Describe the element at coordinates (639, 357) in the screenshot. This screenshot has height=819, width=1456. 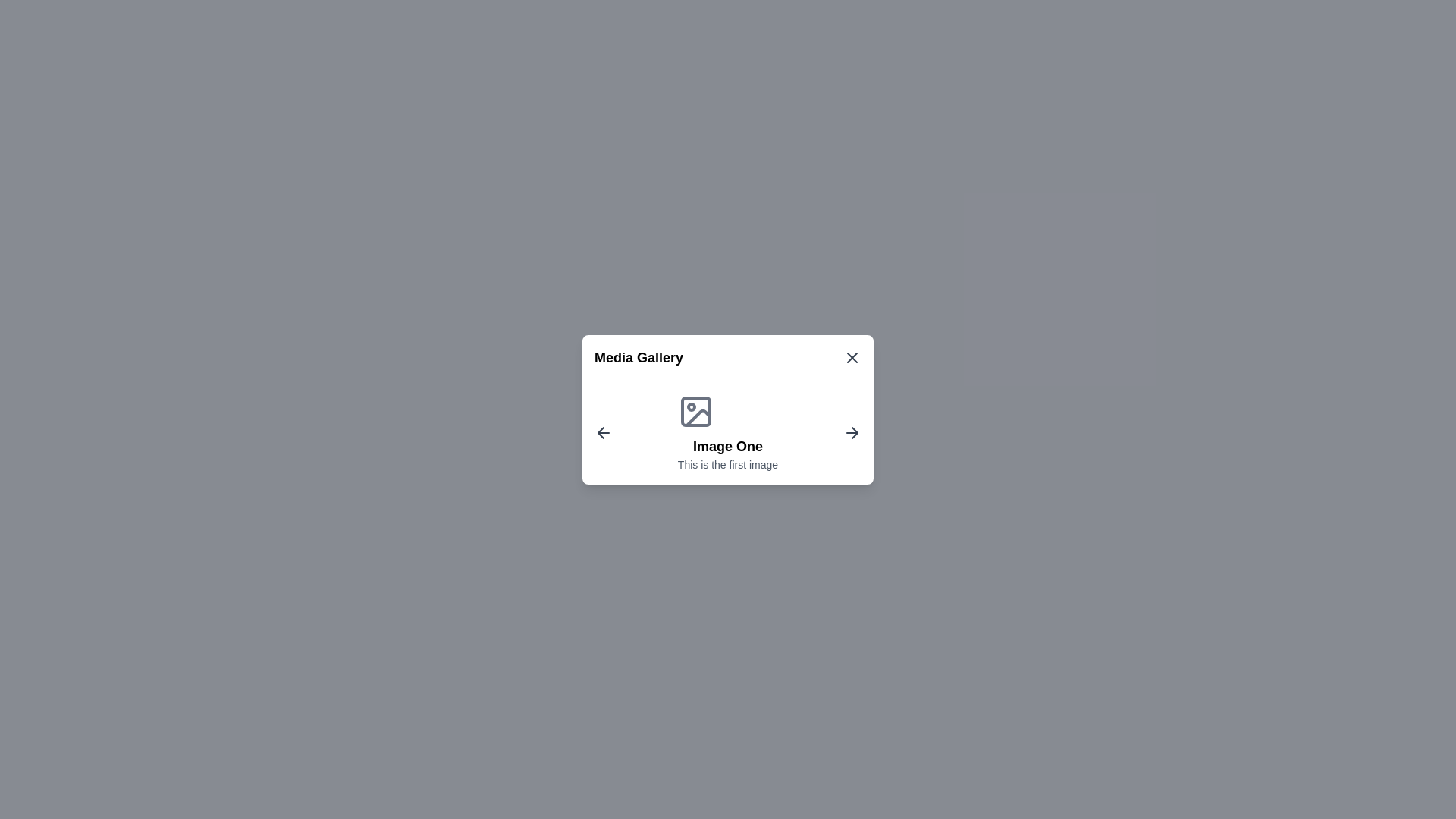
I see `the 'Media Gallery' title text, which is a bold, larger sans-serif label located at the top left of the header bar in the media gallery dialog` at that location.